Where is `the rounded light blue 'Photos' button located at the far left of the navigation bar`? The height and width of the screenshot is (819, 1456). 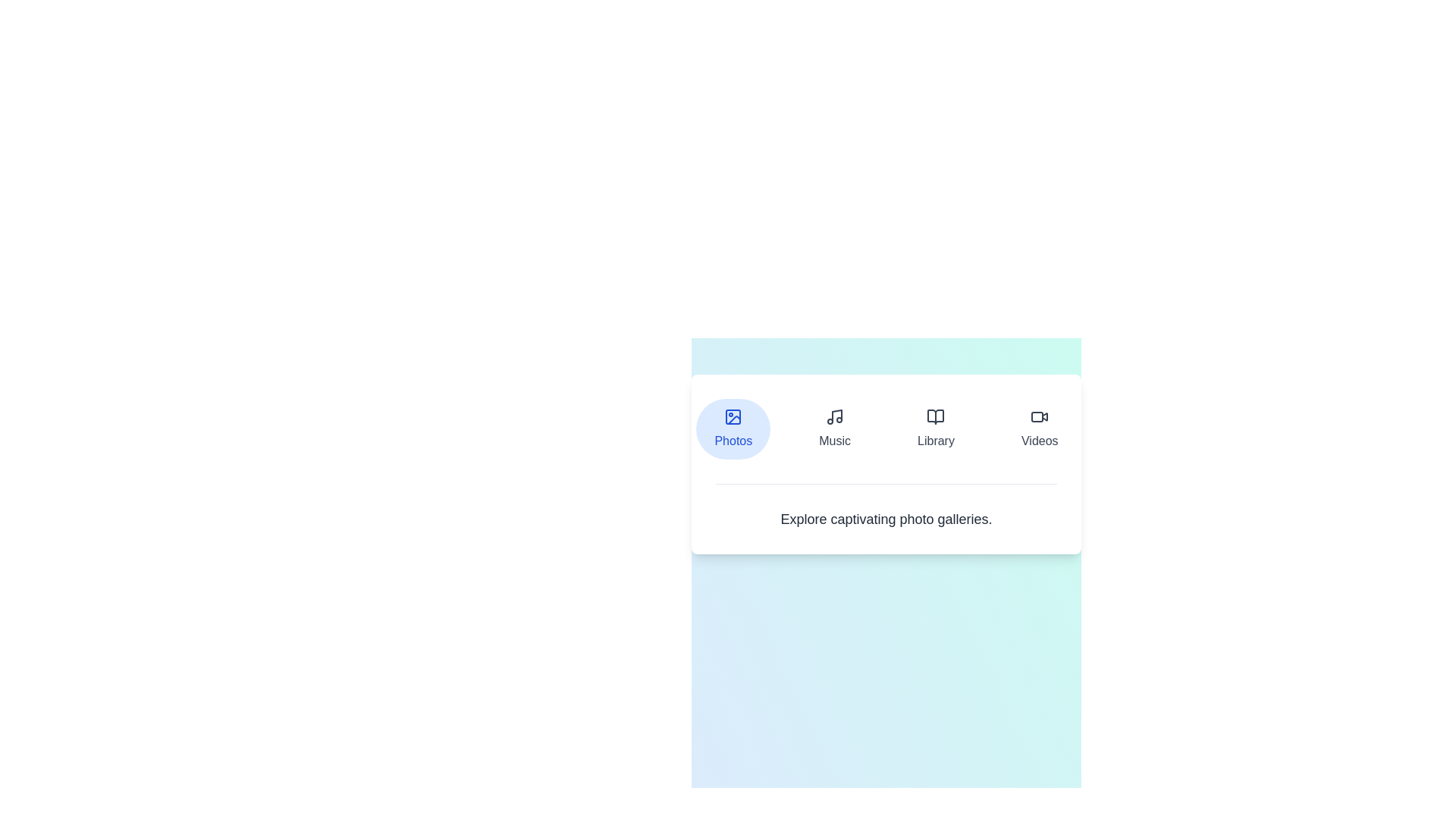 the rounded light blue 'Photos' button located at the far left of the navigation bar is located at coordinates (733, 429).